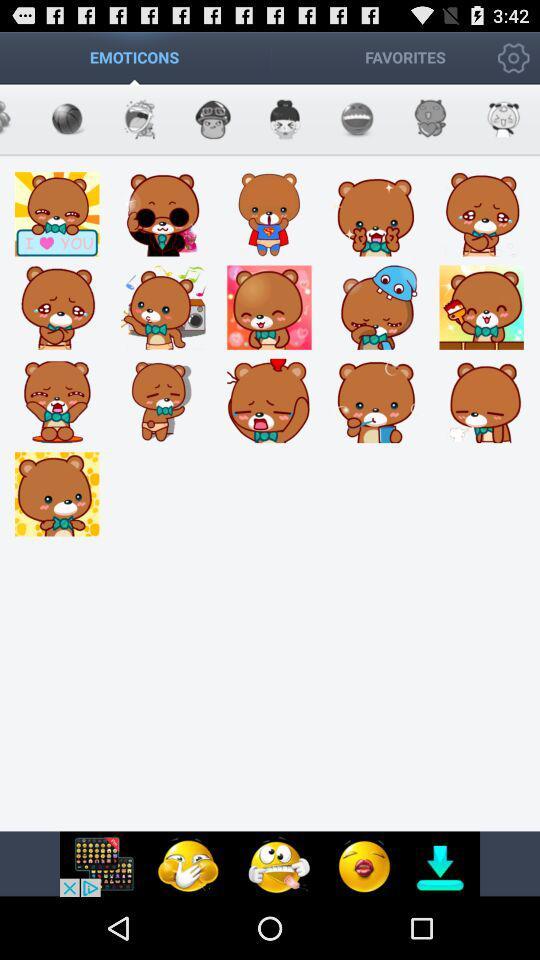  I want to click on the emoji icon, so click(357, 126).